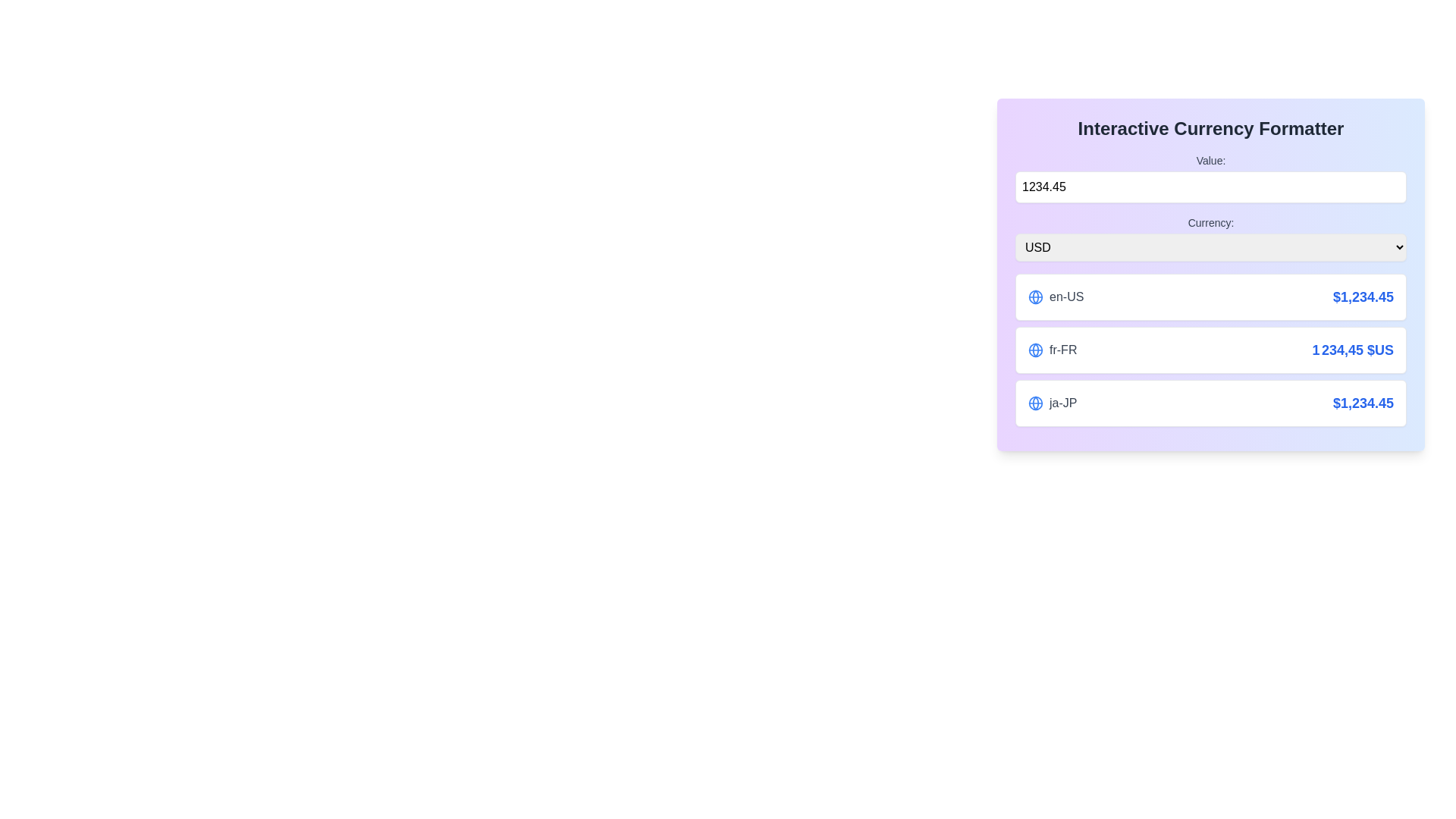 The width and height of the screenshot is (1456, 819). Describe the element at coordinates (1062, 403) in the screenshot. I see `the label displaying the text 'ja-JP', which is part of a language code list and positioned between a globe icon and a number display ('$1,234.45')` at that location.